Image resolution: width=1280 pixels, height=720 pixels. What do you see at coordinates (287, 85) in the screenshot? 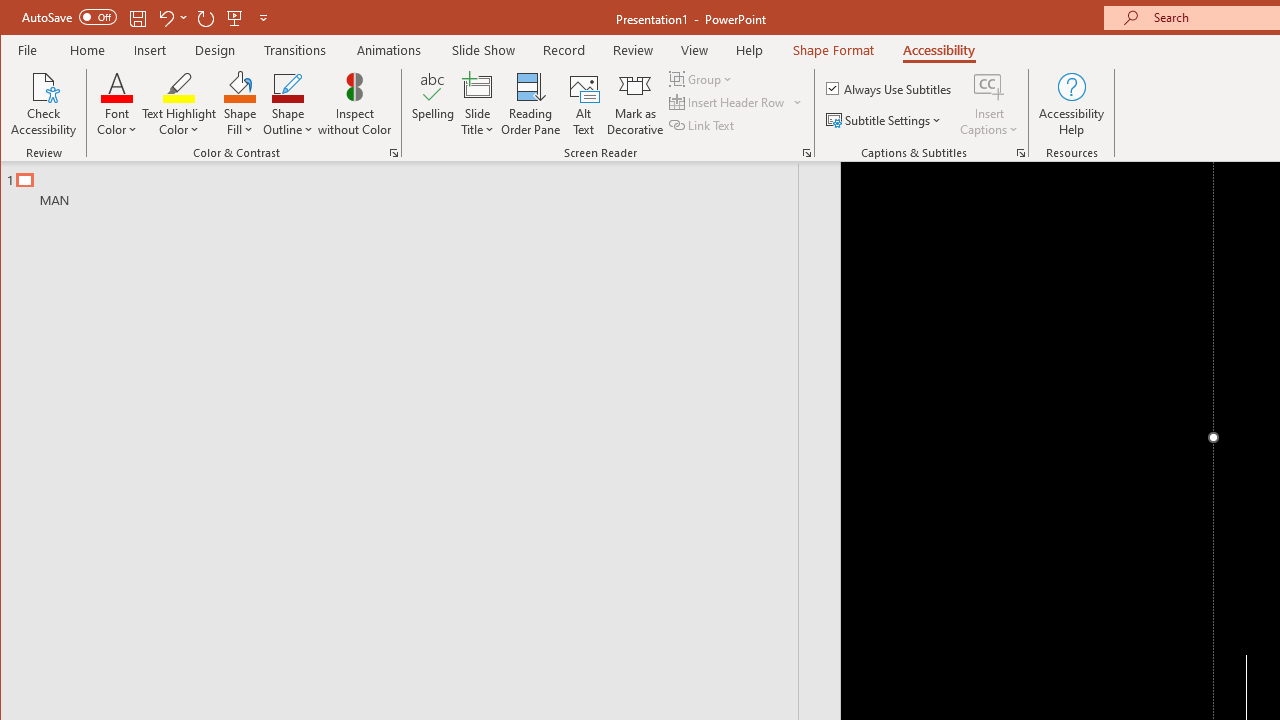
I see `'Shape Outline Blue, Accent 1'` at bounding box center [287, 85].